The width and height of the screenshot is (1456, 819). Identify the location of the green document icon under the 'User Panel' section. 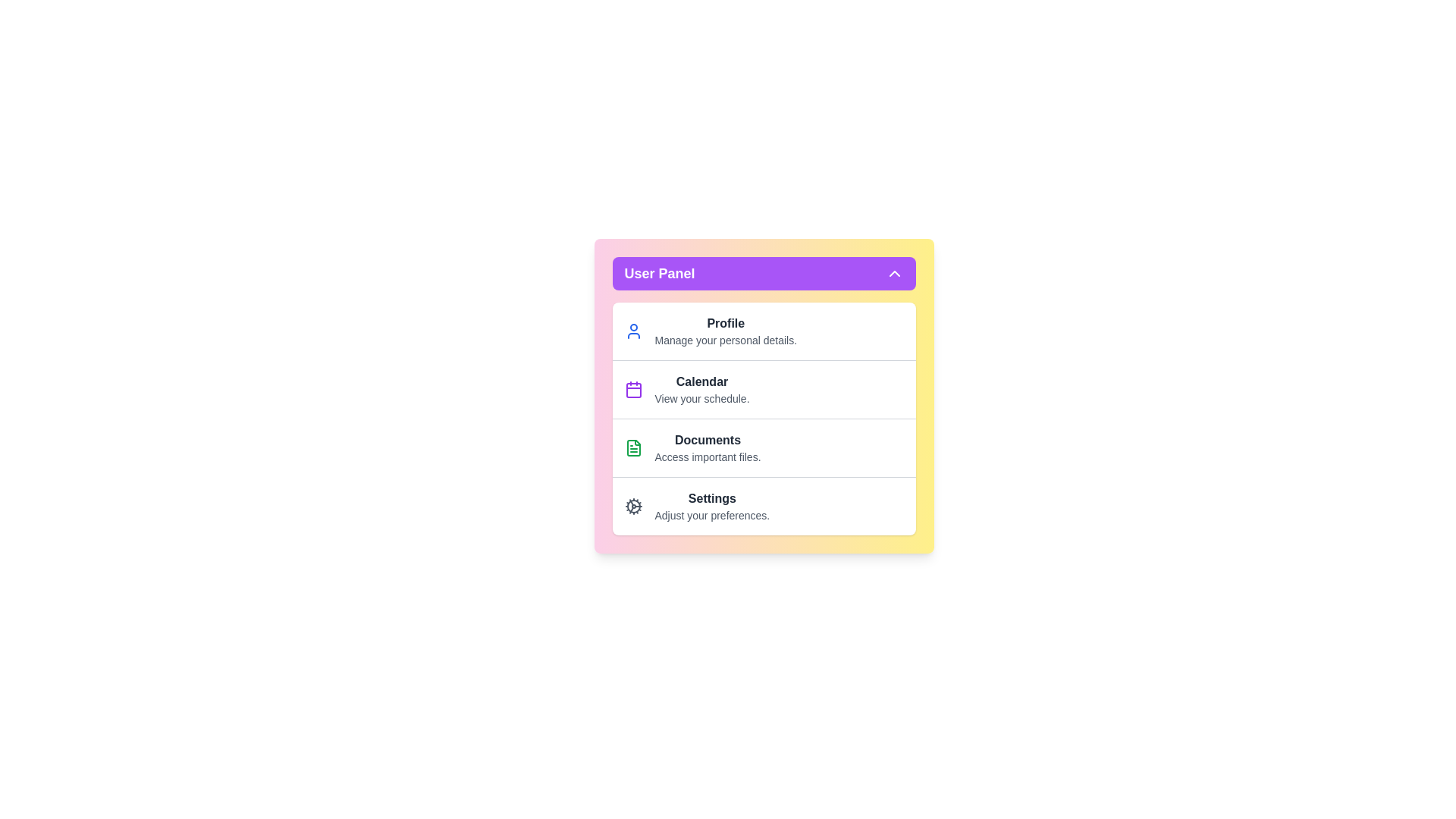
(633, 447).